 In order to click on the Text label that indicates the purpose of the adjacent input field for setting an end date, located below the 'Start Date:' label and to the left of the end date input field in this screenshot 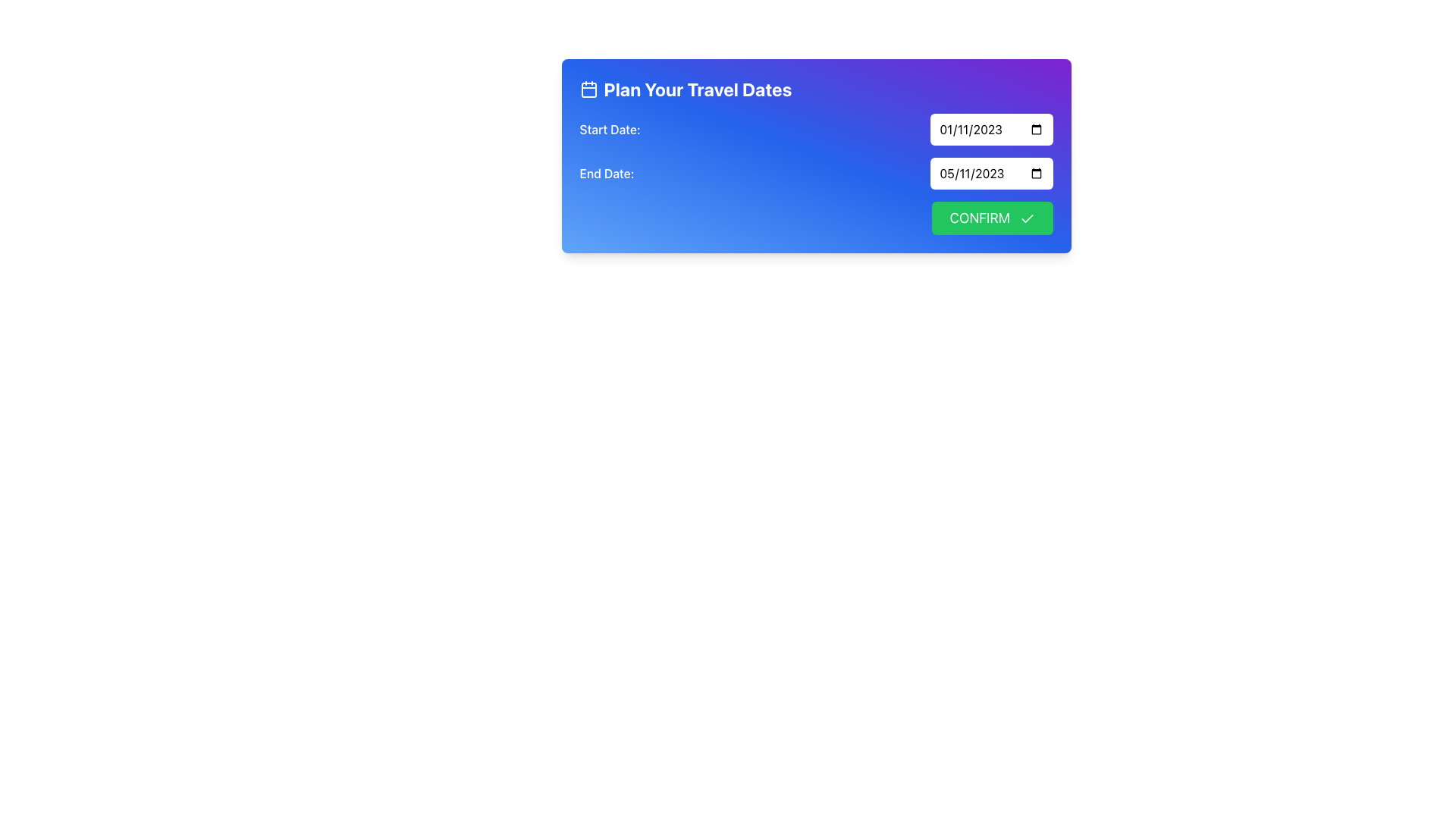, I will do `click(607, 172)`.